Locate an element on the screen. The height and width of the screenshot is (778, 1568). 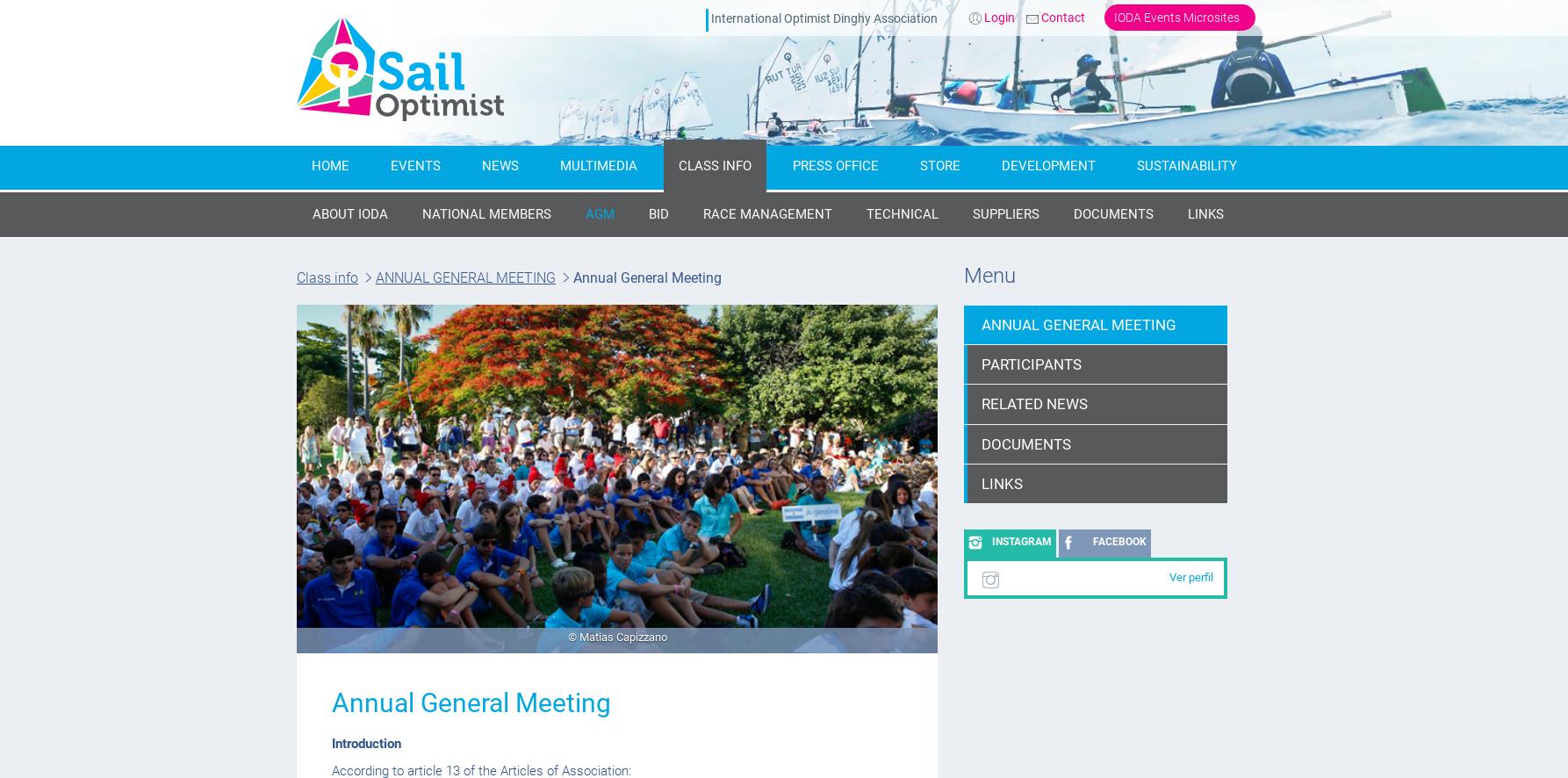
'Instagram' is located at coordinates (1020, 541).